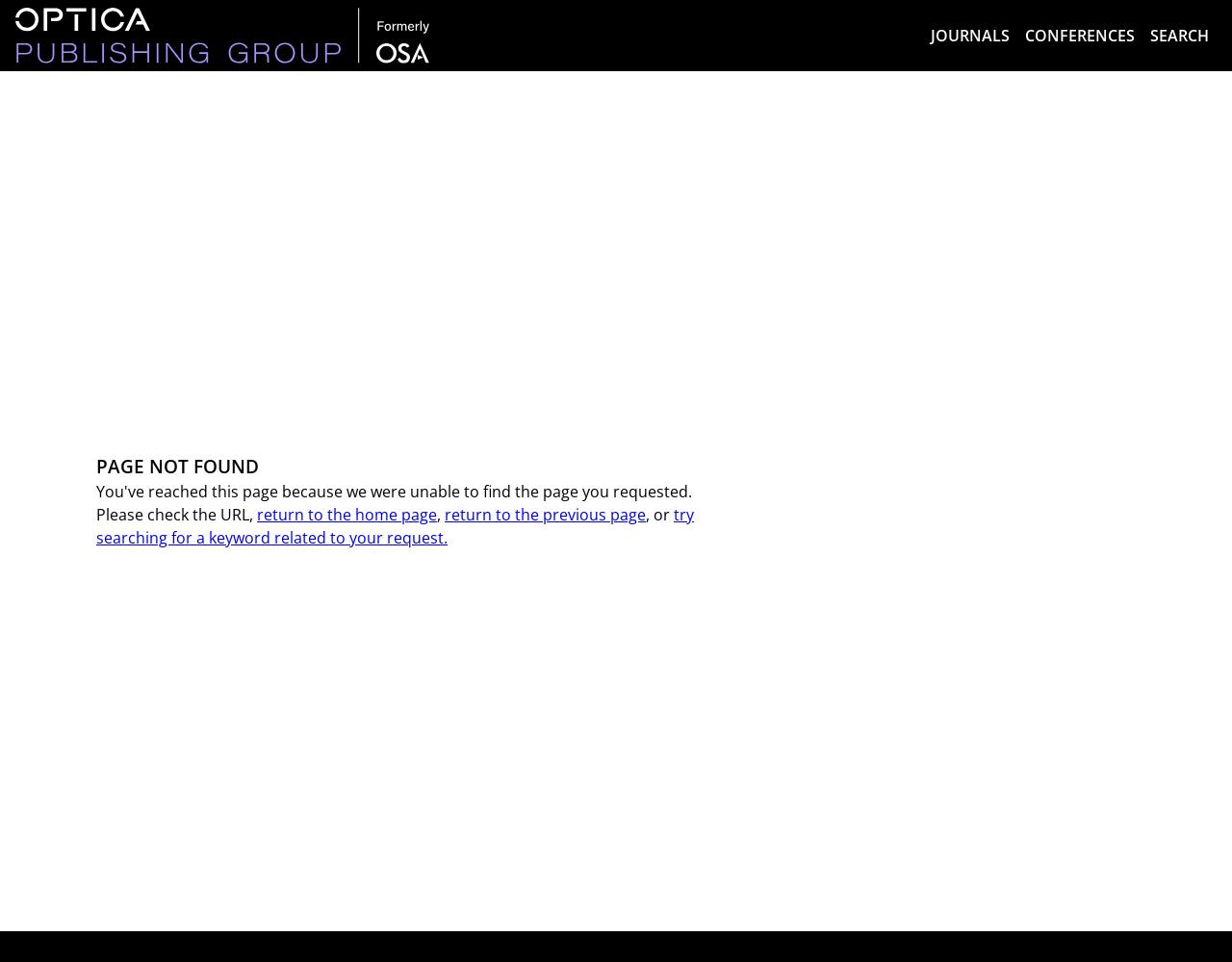 This screenshot has height=962, width=1232. What do you see at coordinates (645, 515) in the screenshot?
I see `', or'` at bounding box center [645, 515].